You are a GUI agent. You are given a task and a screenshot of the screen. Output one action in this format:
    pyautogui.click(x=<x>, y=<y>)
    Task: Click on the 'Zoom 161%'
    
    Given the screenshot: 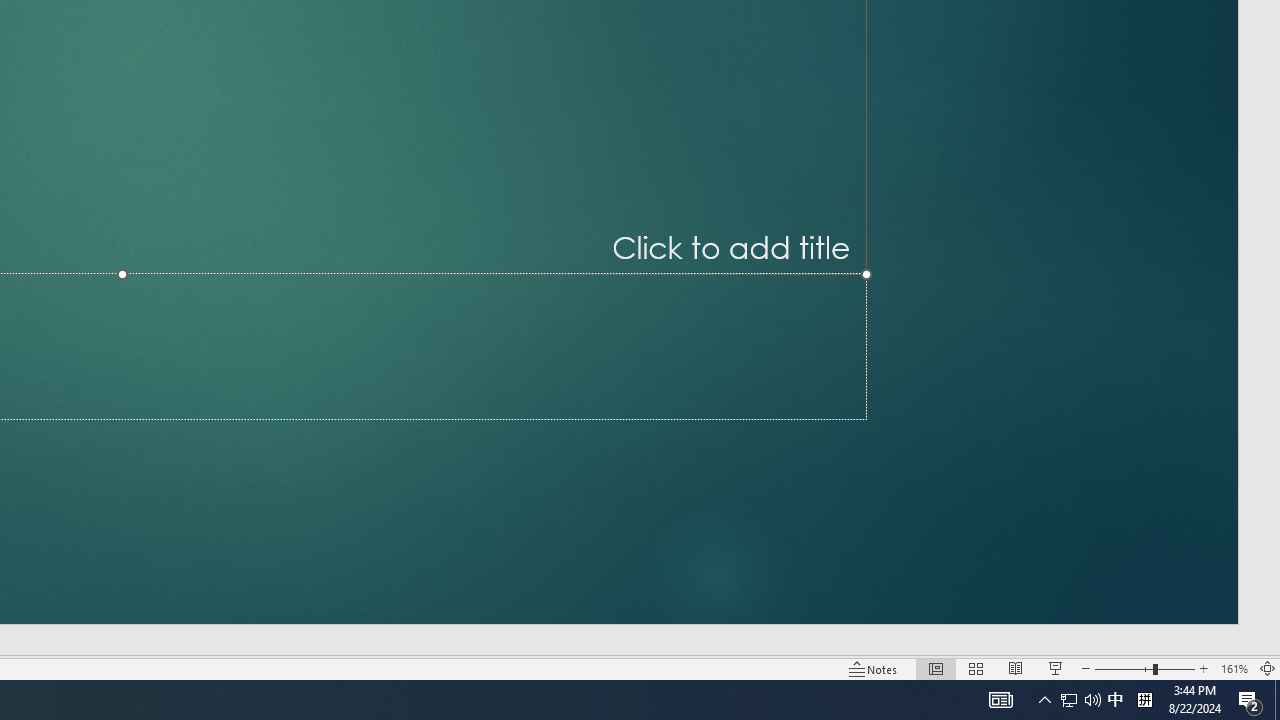 What is the action you would take?
    pyautogui.click(x=1233, y=669)
    